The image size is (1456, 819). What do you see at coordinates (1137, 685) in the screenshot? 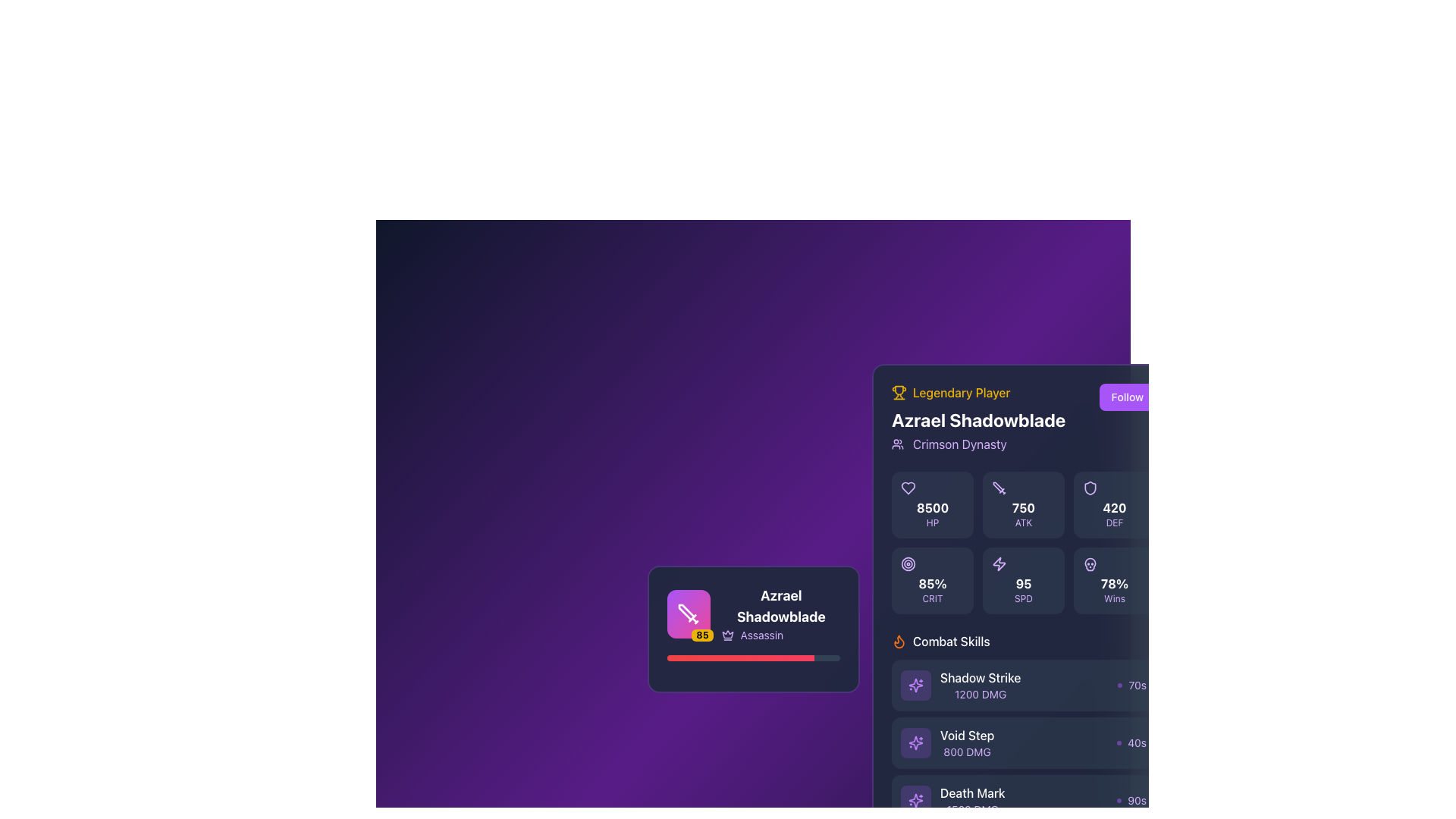
I see `the text label displaying the timer or cooldown duration for the 'Shadow Strike' skill, located in the 'Combat Skills' section to the right of the animated pulsing dot` at bounding box center [1137, 685].